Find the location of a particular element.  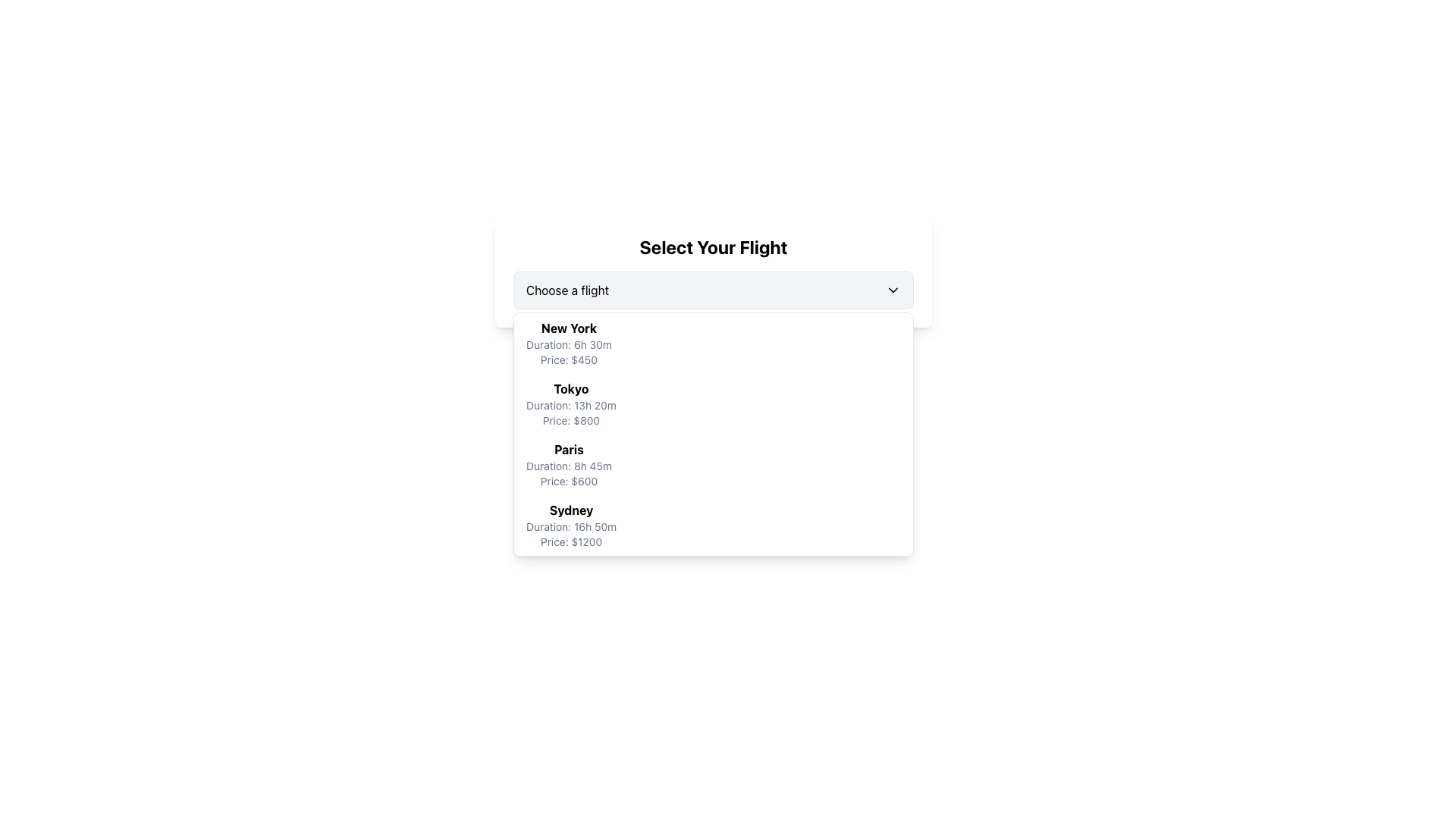

the informational list item for the flight option located between the entries for 'Tokyo' and 'Sydney' is located at coordinates (568, 464).